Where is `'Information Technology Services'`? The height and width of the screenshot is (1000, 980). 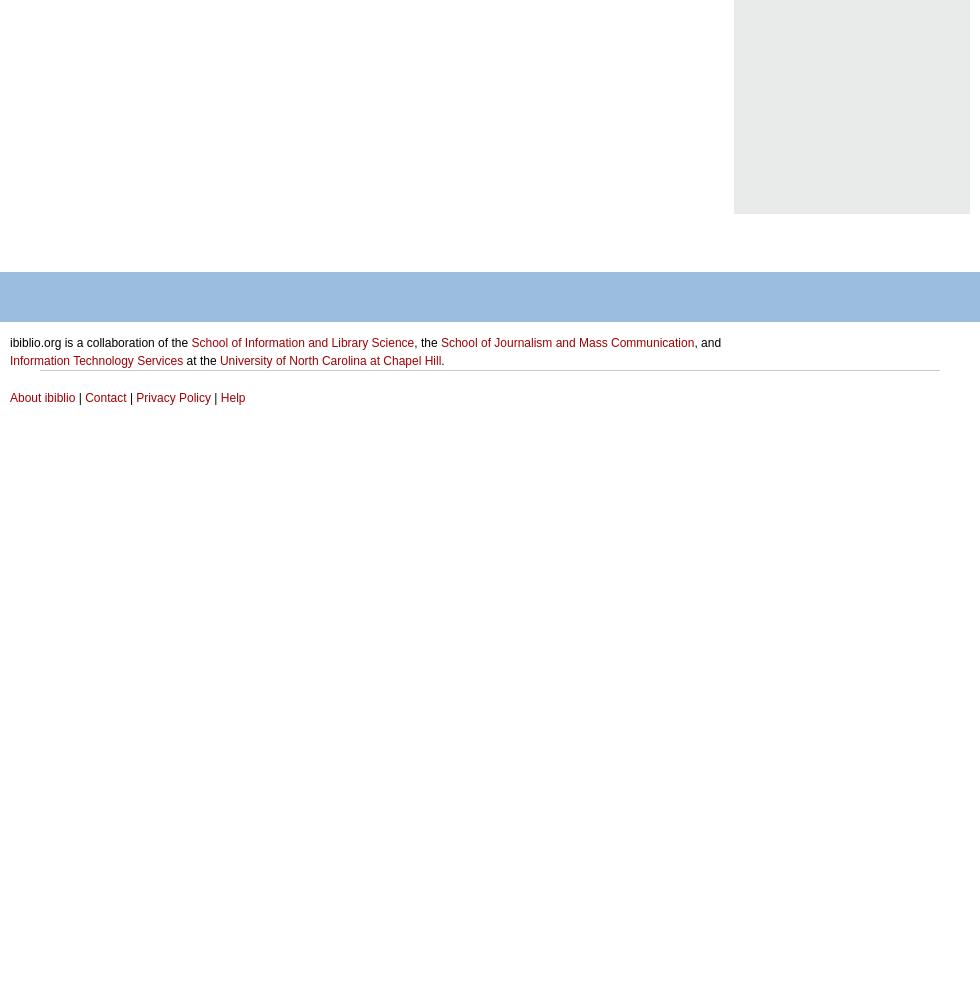 'Information Technology Services' is located at coordinates (96, 360).